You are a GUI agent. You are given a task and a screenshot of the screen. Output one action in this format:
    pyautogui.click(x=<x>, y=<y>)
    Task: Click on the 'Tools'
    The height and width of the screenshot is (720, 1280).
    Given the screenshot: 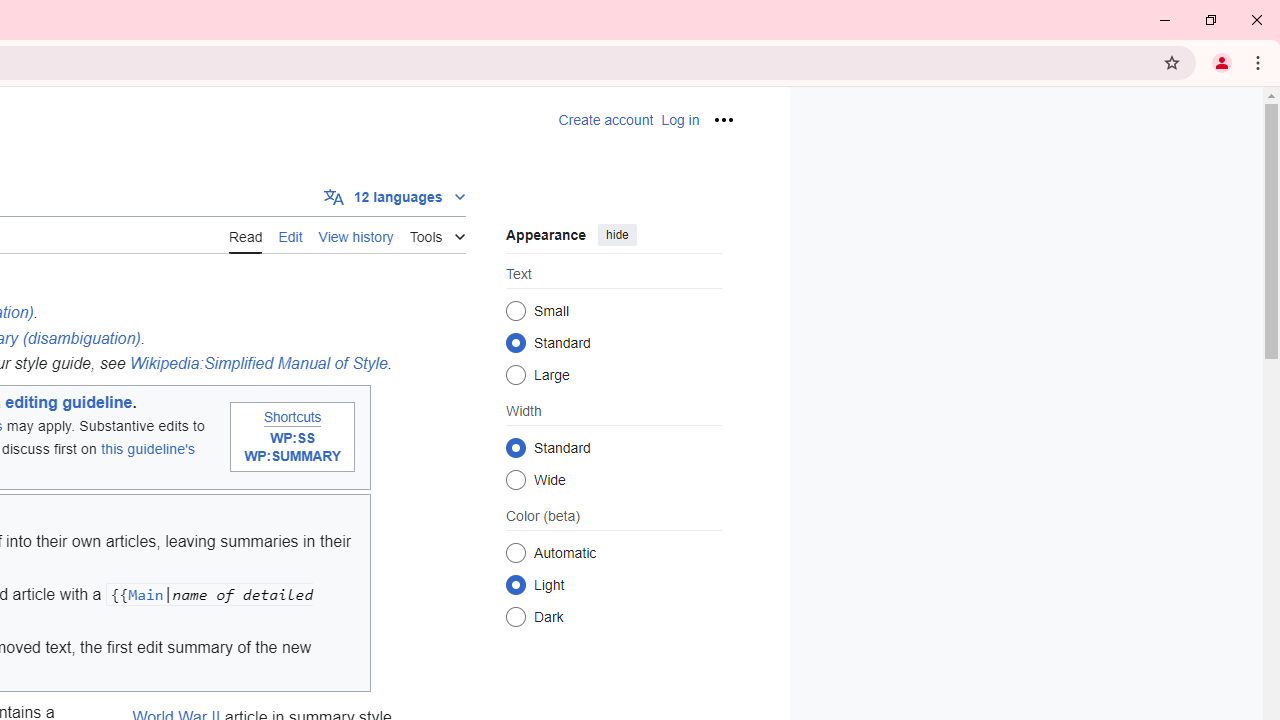 What is the action you would take?
    pyautogui.click(x=436, y=232)
    